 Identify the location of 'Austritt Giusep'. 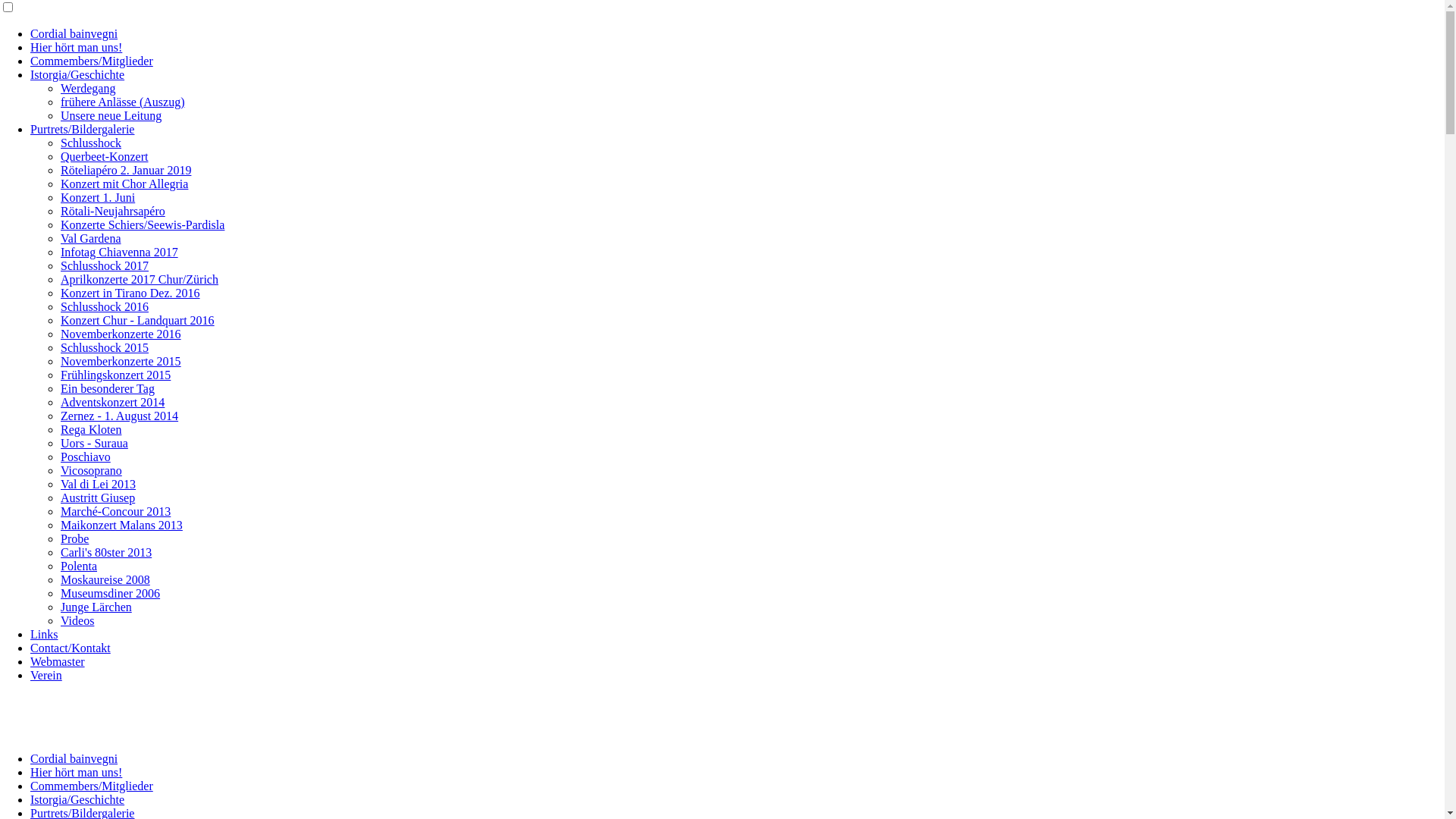
(97, 497).